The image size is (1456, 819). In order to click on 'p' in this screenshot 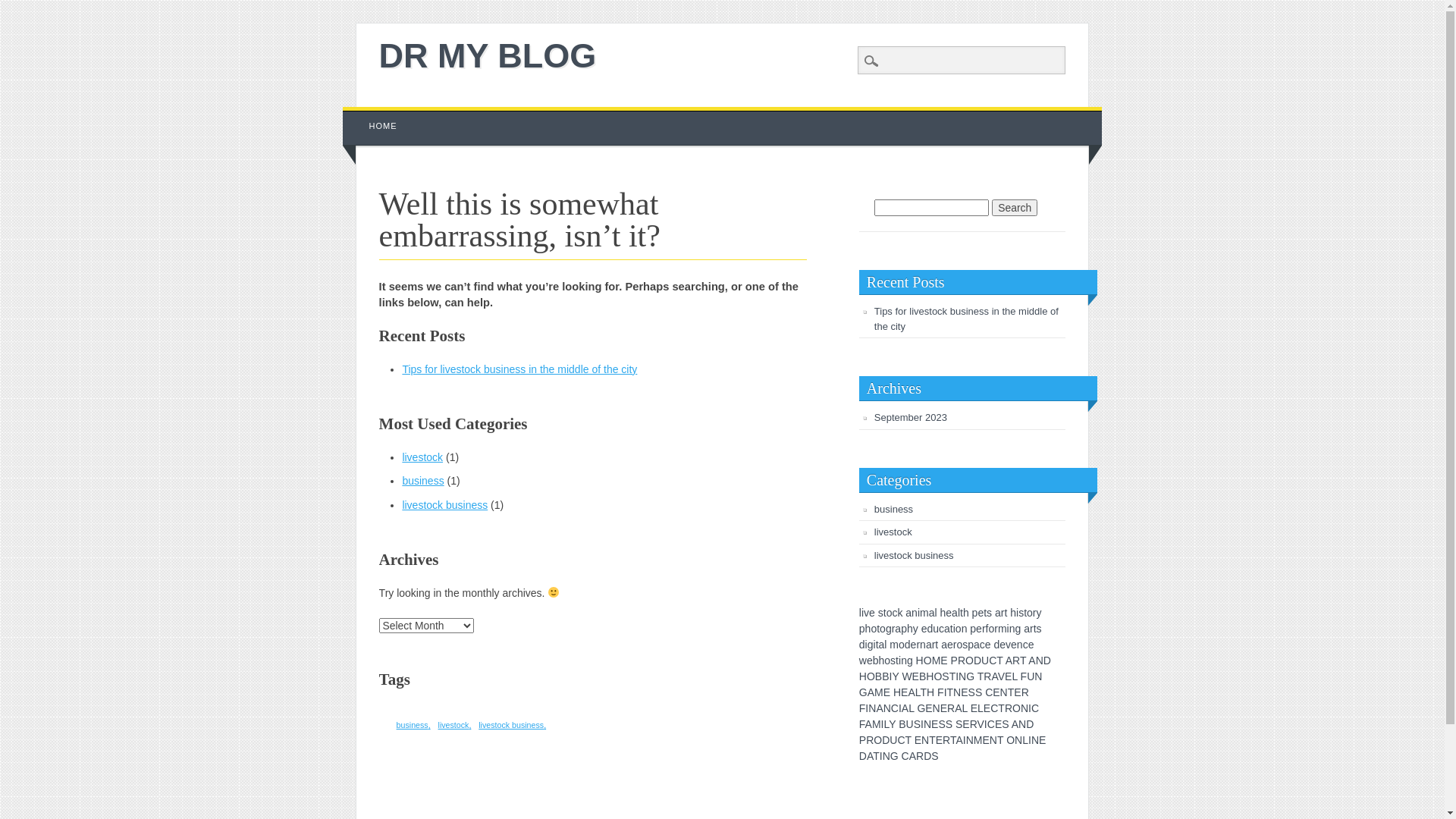, I will do `click(971, 644)`.